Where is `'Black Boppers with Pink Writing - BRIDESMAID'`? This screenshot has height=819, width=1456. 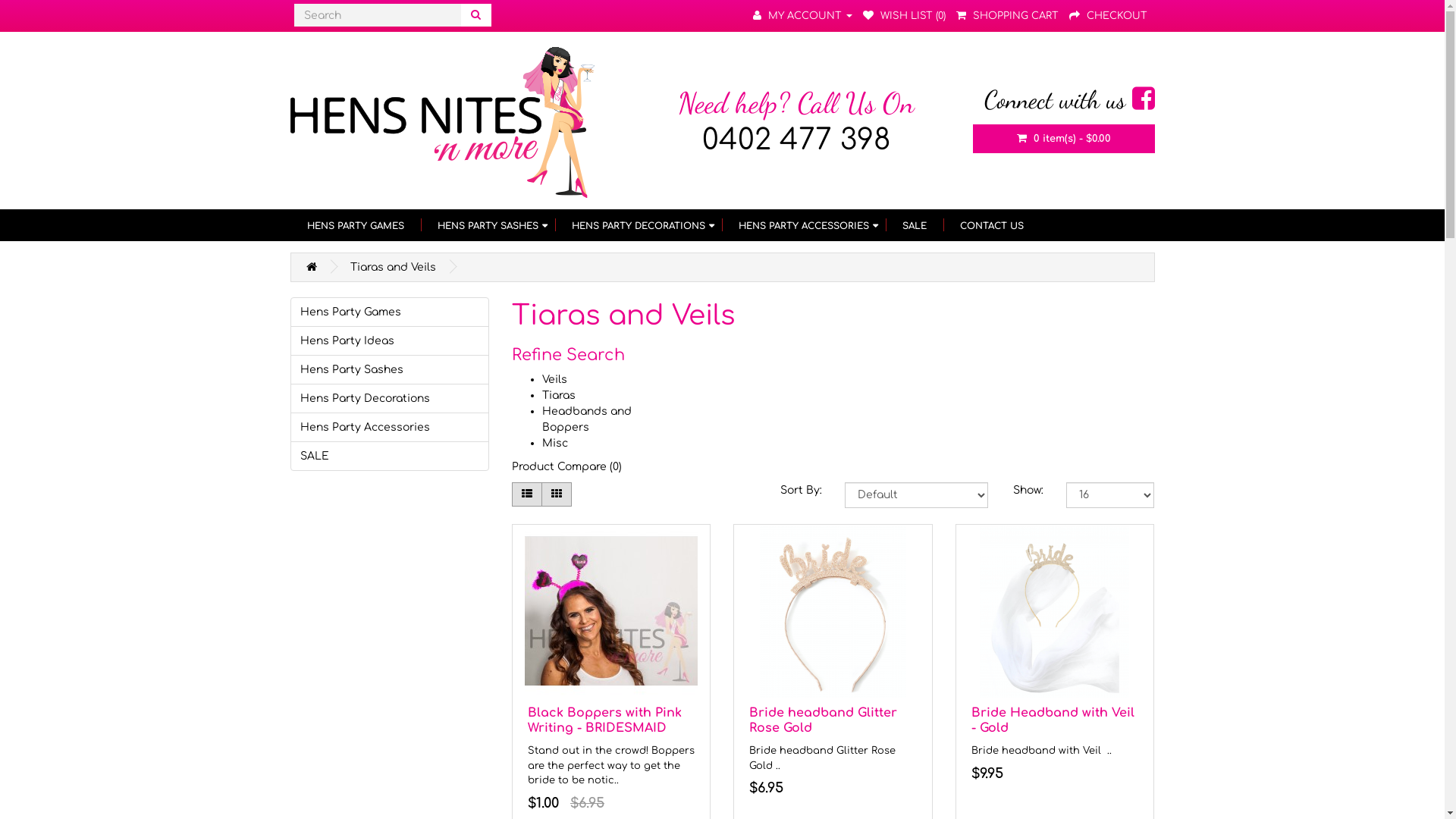 'Black Boppers with Pink Writing - BRIDESMAID' is located at coordinates (604, 720).